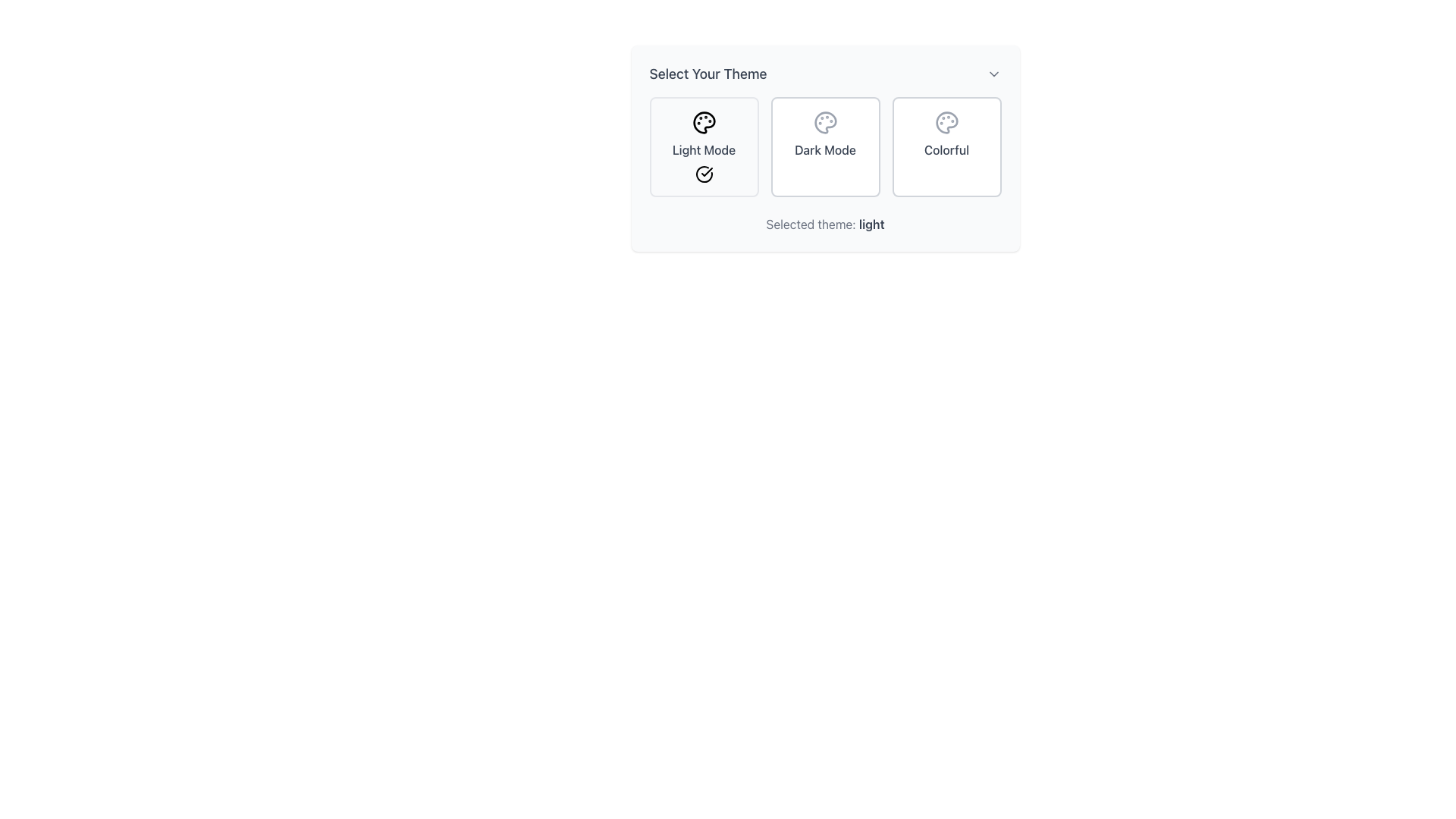 This screenshot has height=819, width=1456. What do you see at coordinates (824, 146) in the screenshot?
I see `the mode selection panel located beneath the 'Select Your Theme' header, which contains options for 'Light Mode', 'Dark Mode', and 'Colorful'` at bounding box center [824, 146].